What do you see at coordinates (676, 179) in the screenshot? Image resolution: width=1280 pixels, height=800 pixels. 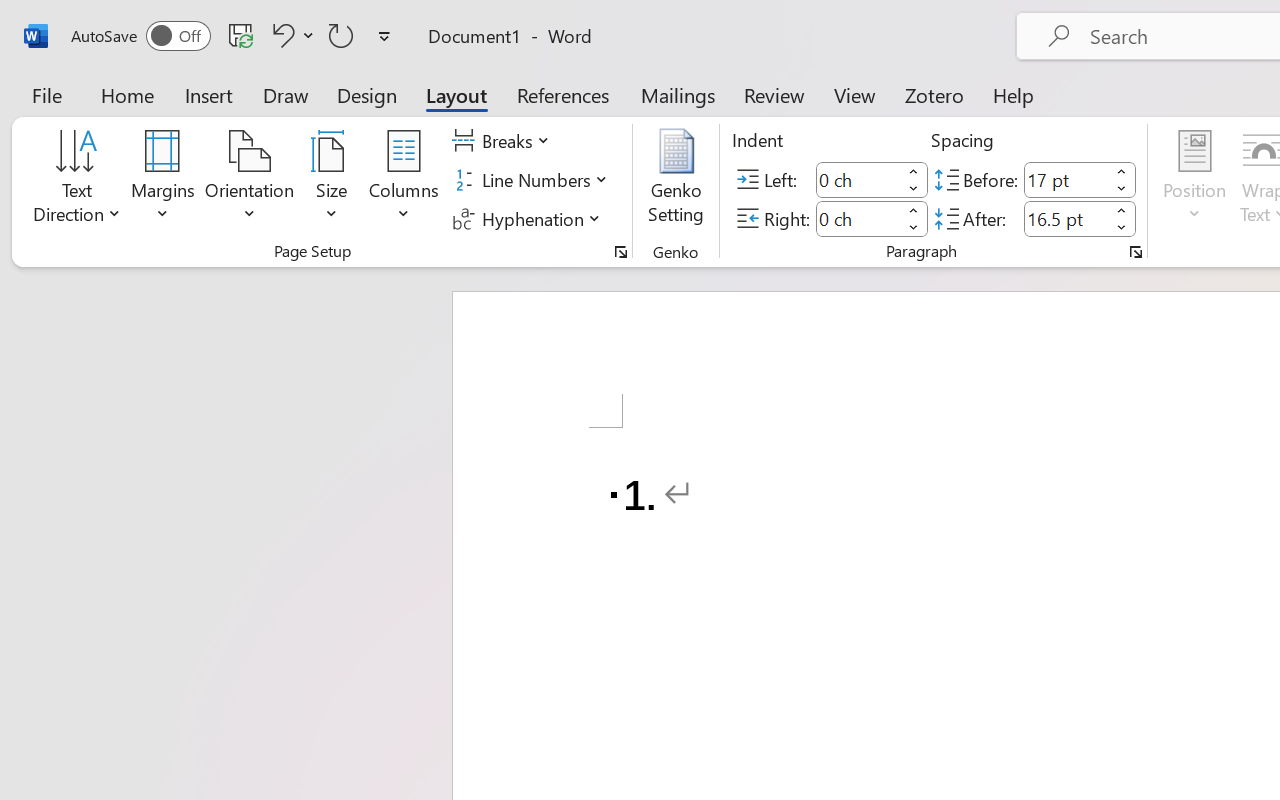 I see `'Genko Setting...'` at bounding box center [676, 179].